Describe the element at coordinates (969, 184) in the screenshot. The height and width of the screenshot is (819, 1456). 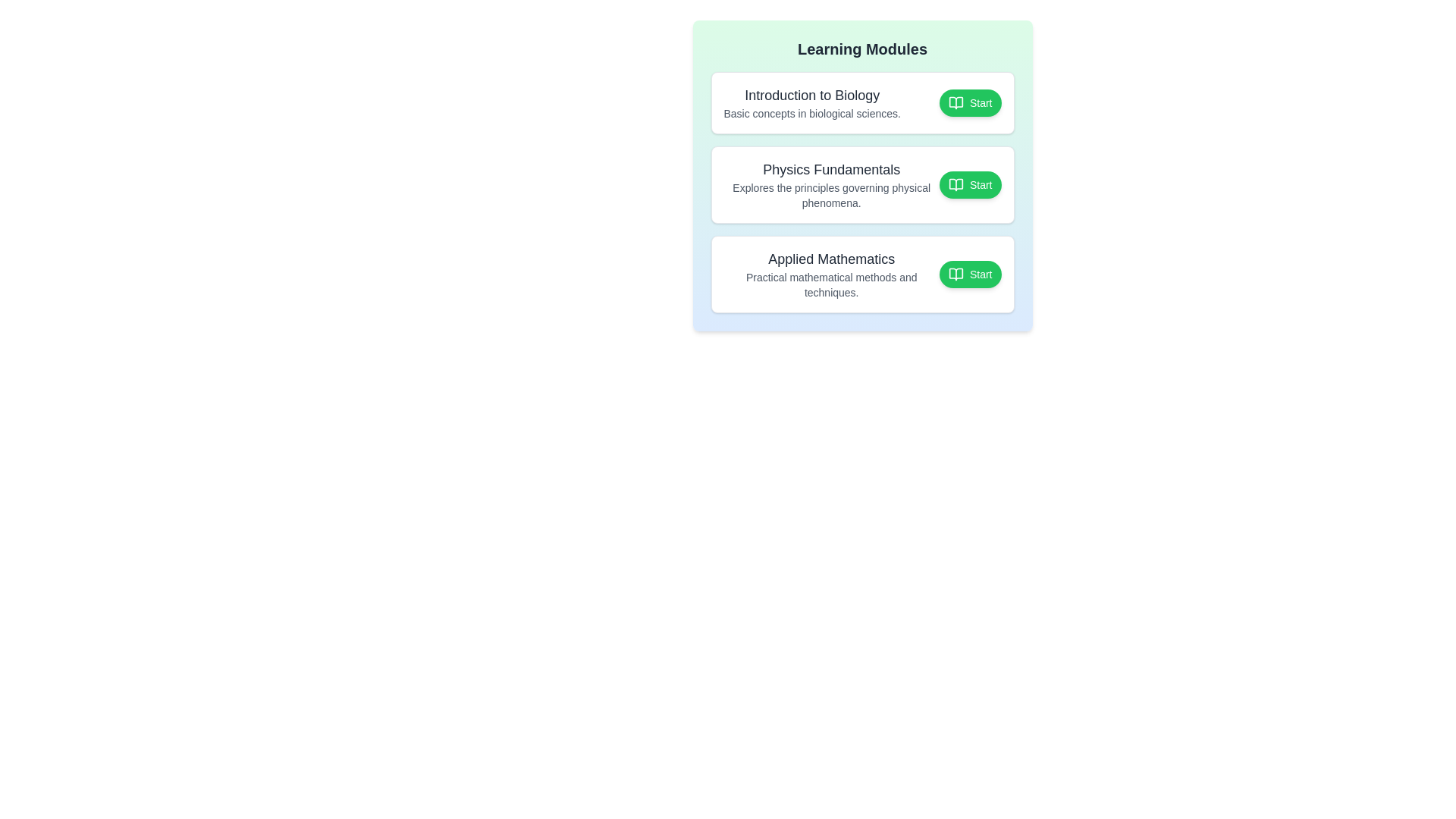
I see `the button associated with the module Physics Fundamentals to toggle its completion status` at that location.